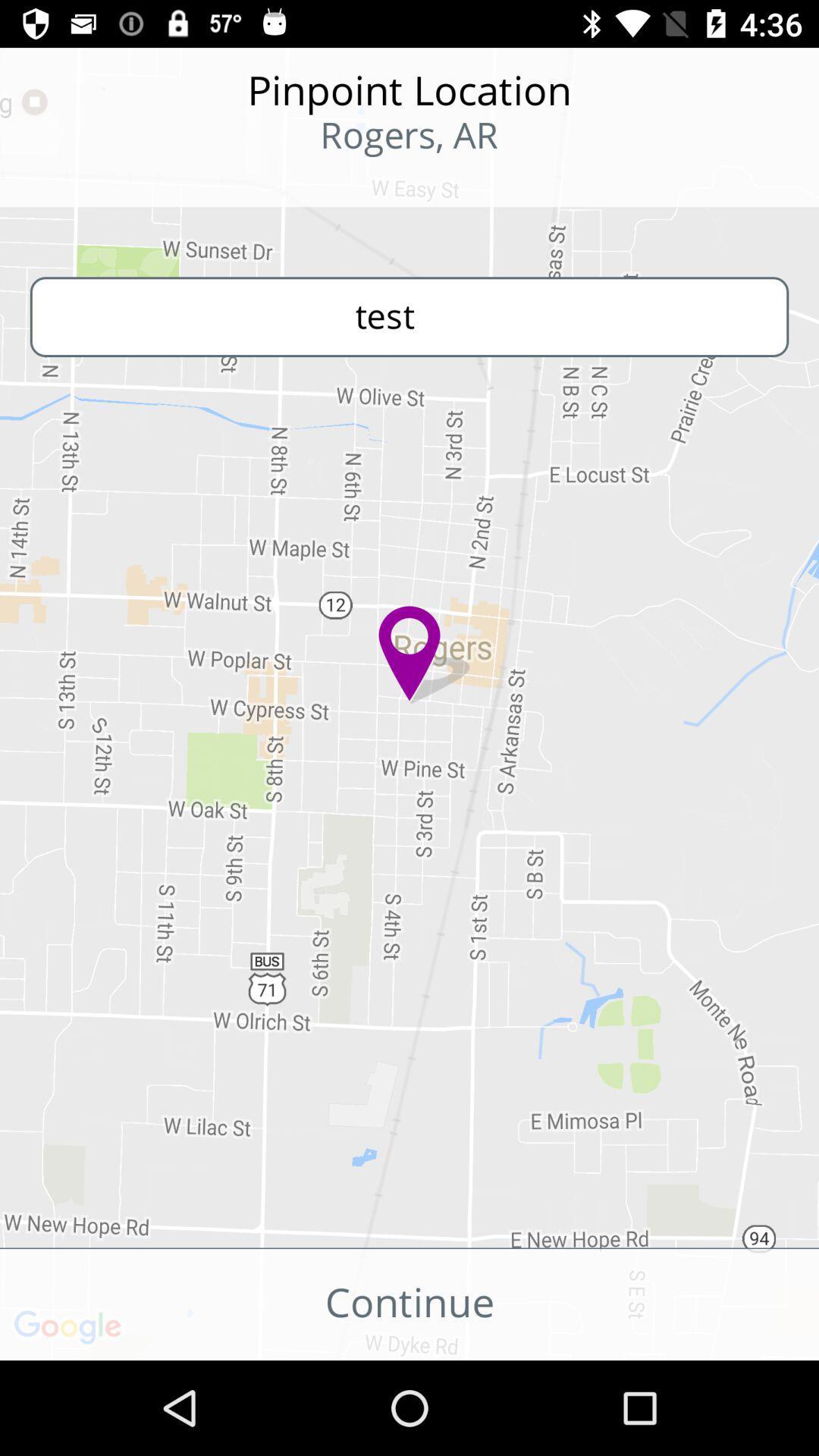  Describe the element at coordinates (409, 316) in the screenshot. I see `item above get more accurate` at that location.